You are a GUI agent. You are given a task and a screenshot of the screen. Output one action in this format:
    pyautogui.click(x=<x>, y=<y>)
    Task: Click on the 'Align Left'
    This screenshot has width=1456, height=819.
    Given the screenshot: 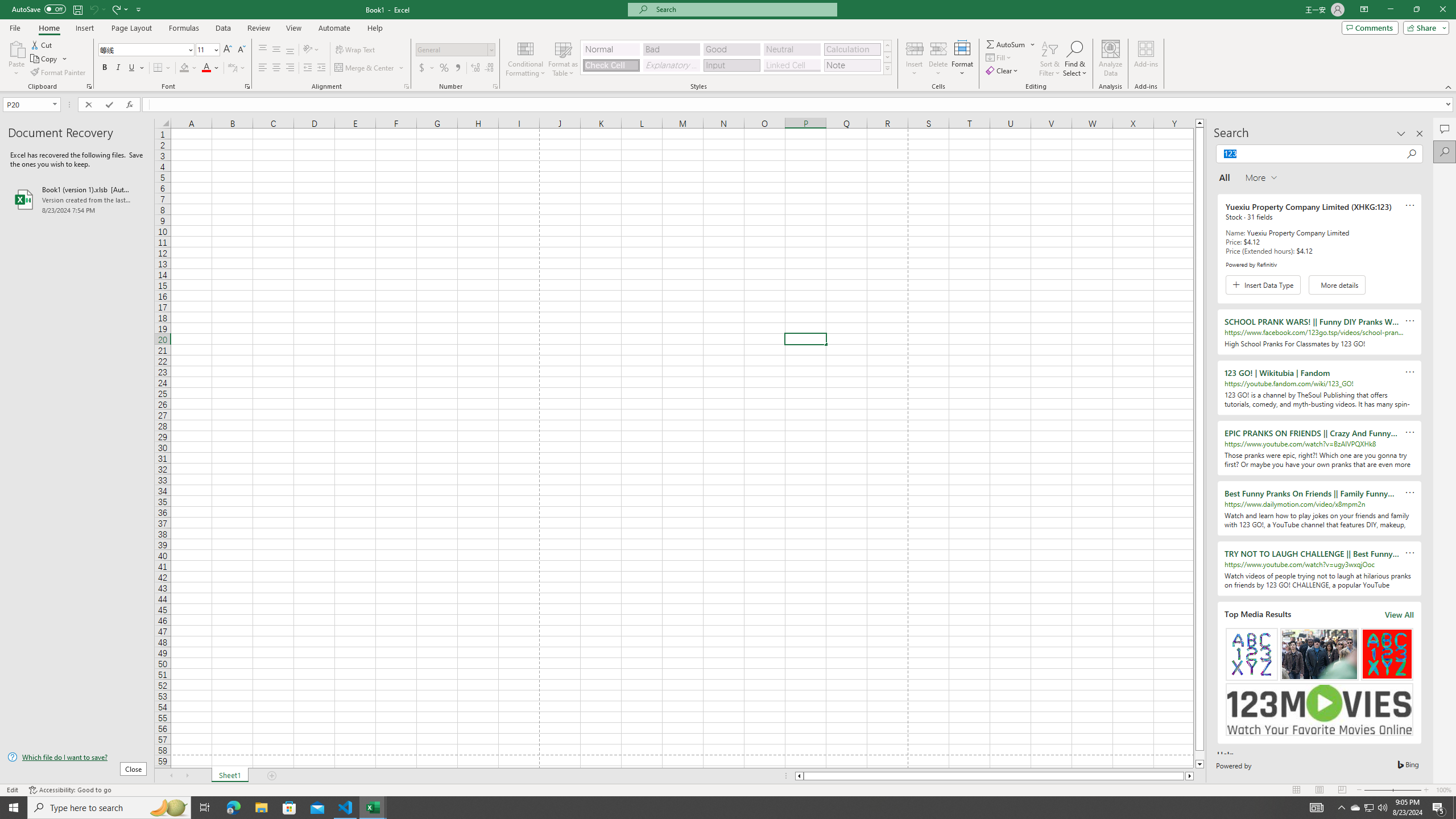 What is the action you would take?
    pyautogui.click(x=262, y=67)
    